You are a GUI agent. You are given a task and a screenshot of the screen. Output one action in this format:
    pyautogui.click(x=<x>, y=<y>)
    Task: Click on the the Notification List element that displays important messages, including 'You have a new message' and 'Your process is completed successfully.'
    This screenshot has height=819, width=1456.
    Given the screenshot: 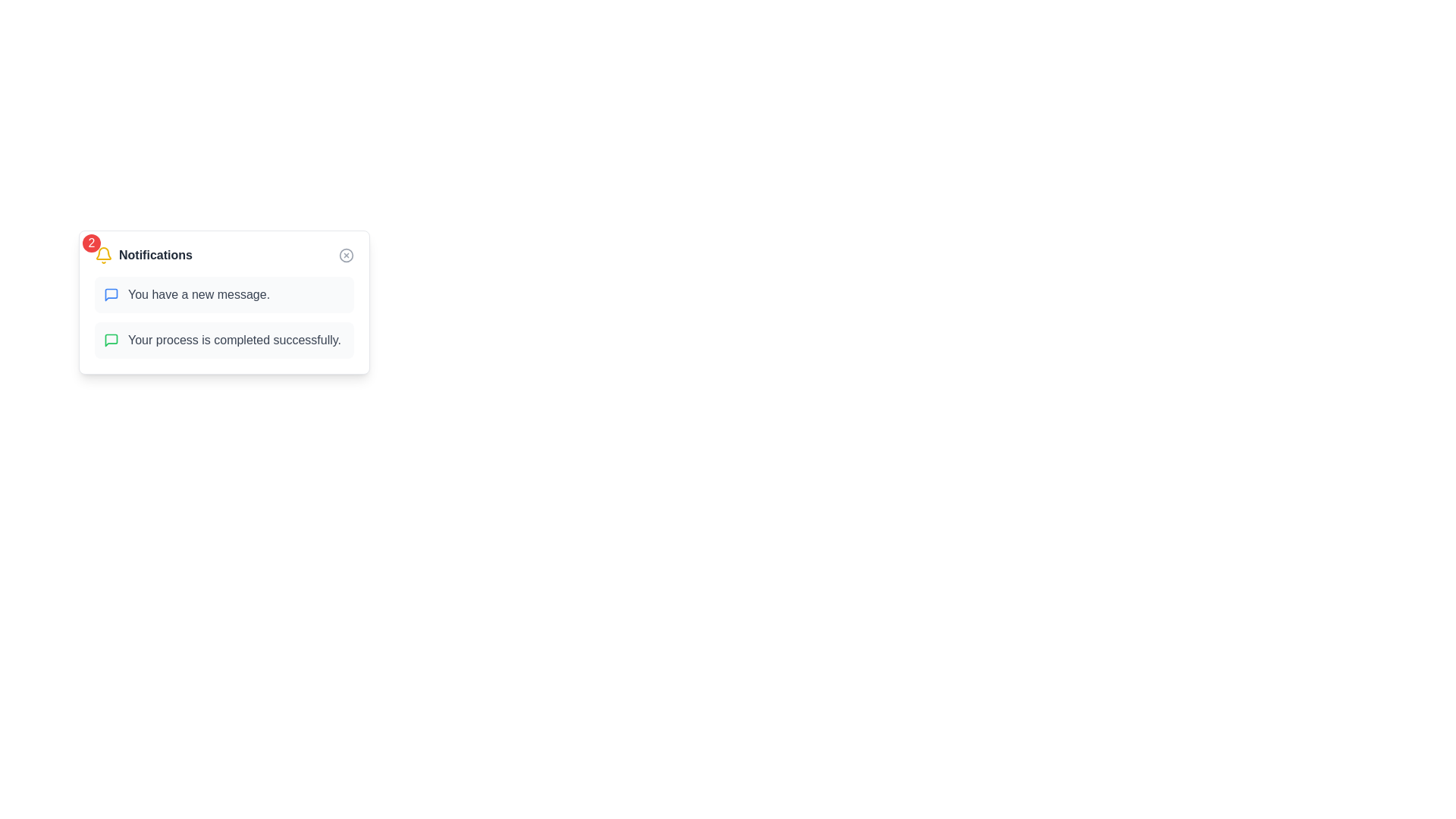 What is the action you would take?
    pyautogui.click(x=224, y=317)
    